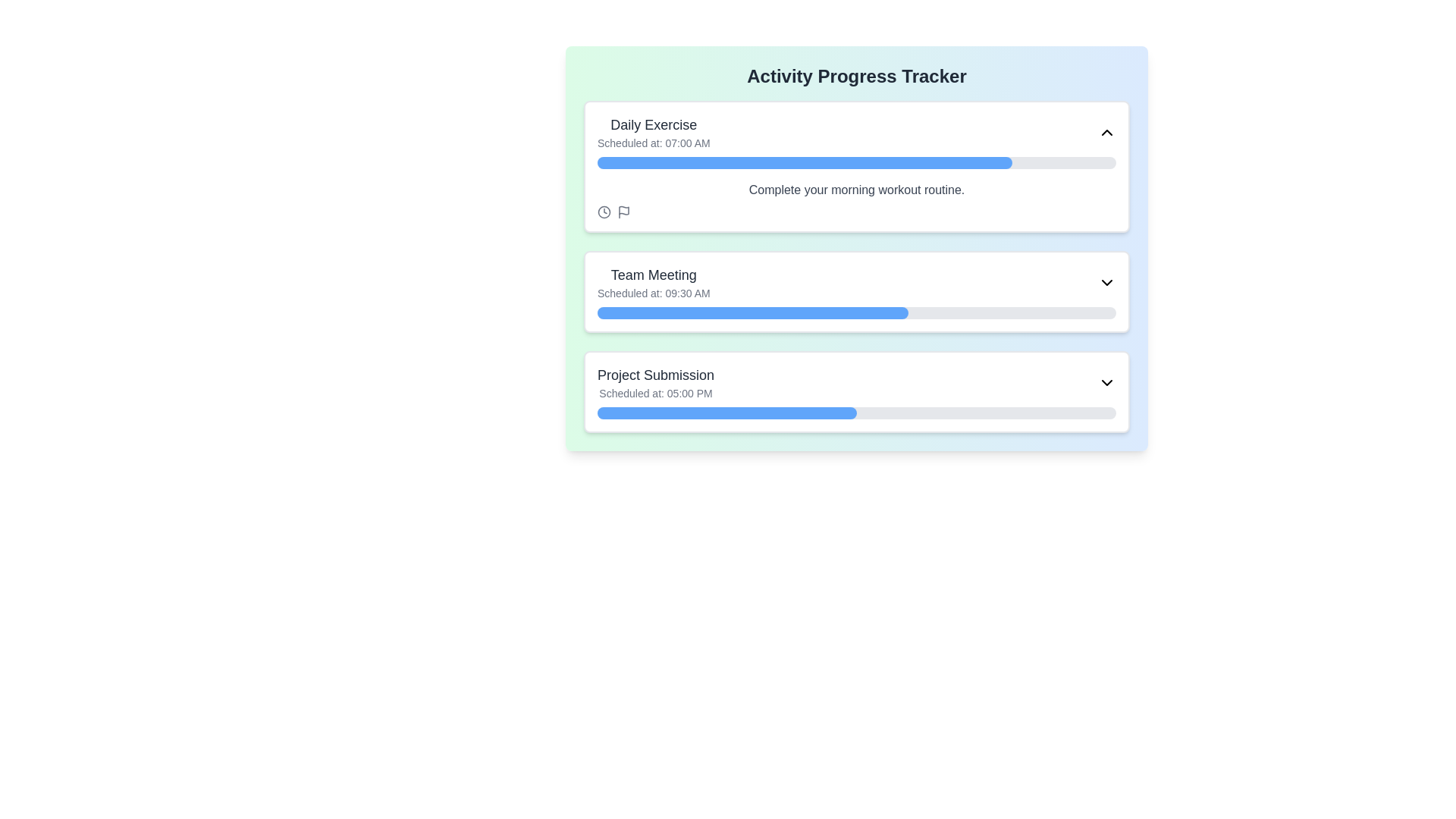 This screenshot has width=1456, height=819. What do you see at coordinates (1106, 382) in the screenshot?
I see `the Icon Button (Downward Chevron) located to the far right of the 'Project Submission' section, which allows toggling additional information` at bounding box center [1106, 382].